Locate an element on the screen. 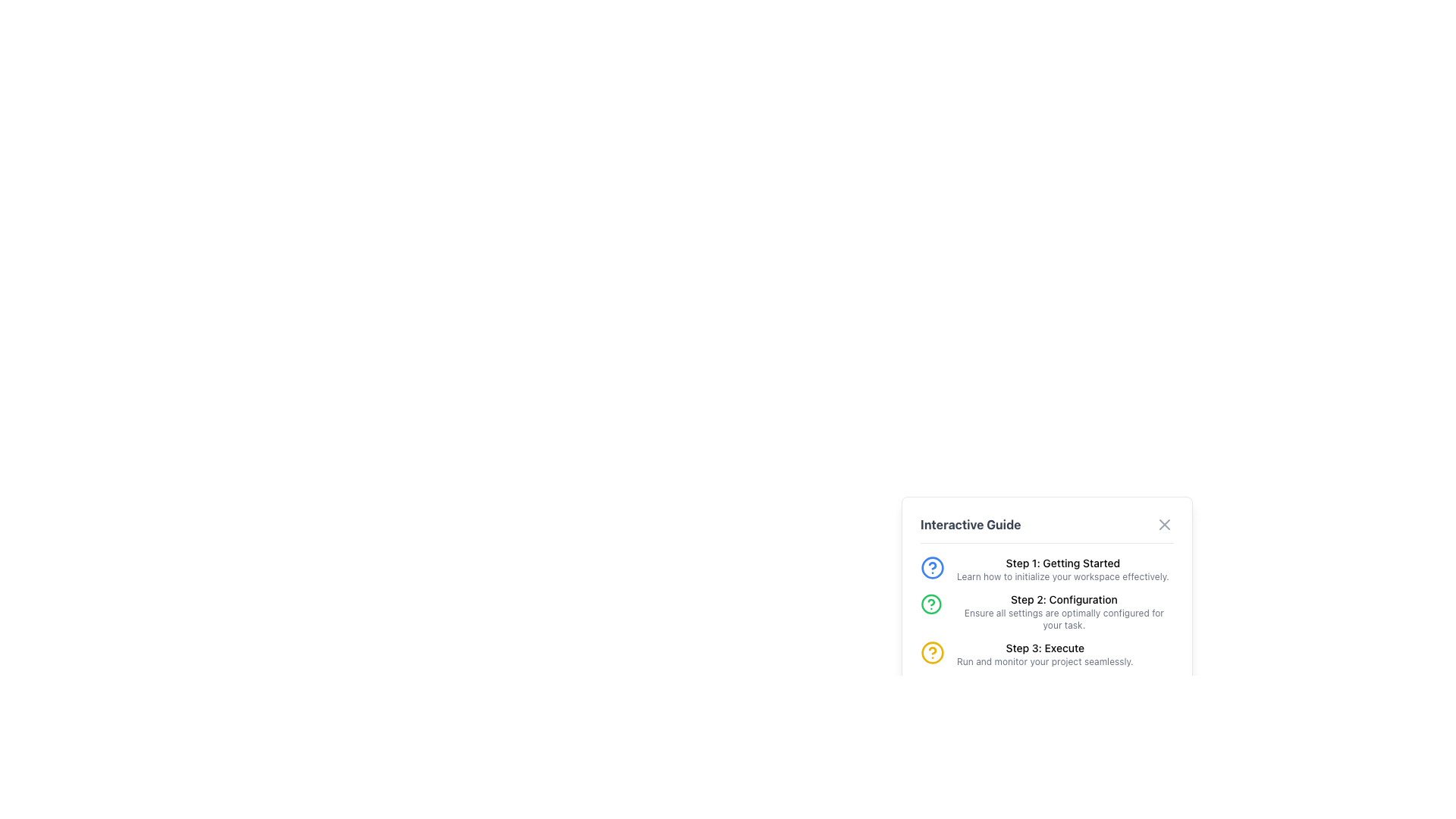 This screenshot has height=819, width=1456. the second text block in the 'Interactive Guide' section, which contains a bold black heading and a smaller gray subtitle, positioned between 'Step 1: Getting Started' and 'Step 3: Execute' is located at coordinates (1063, 610).